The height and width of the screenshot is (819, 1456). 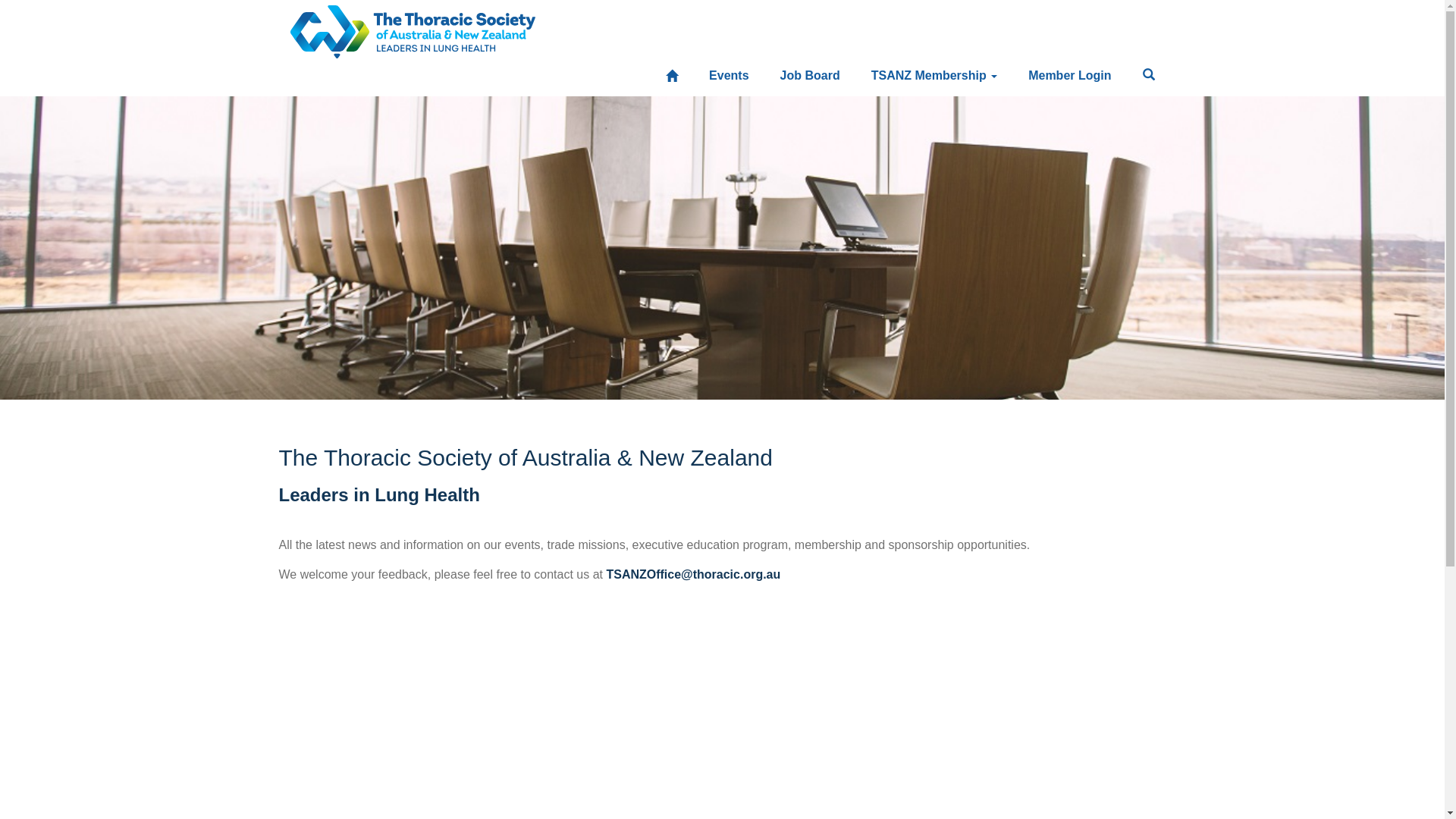 I want to click on 'TSANZ Membership', so click(x=934, y=76).